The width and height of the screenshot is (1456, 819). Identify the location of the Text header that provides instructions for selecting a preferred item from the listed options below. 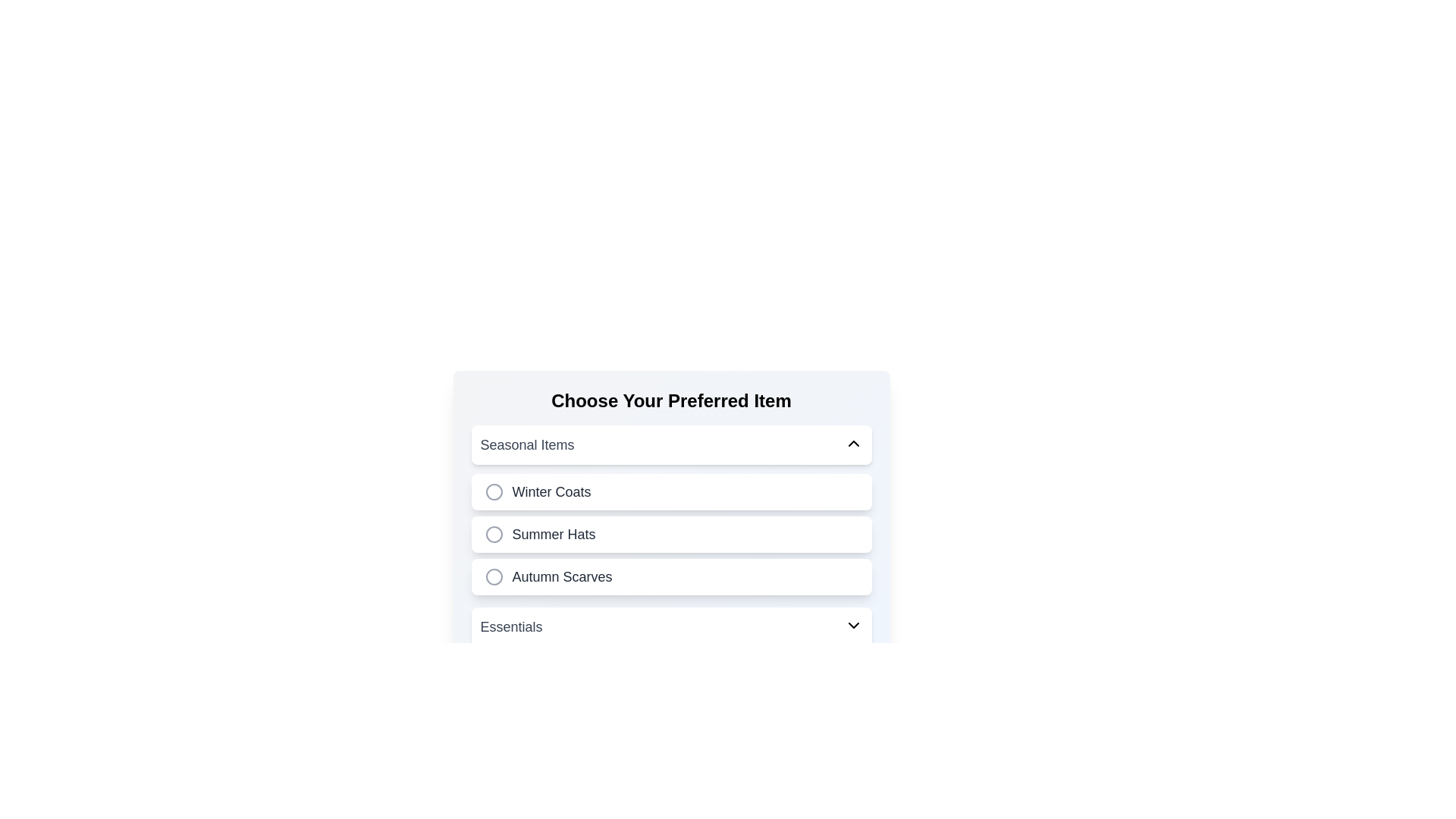
(670, 400).